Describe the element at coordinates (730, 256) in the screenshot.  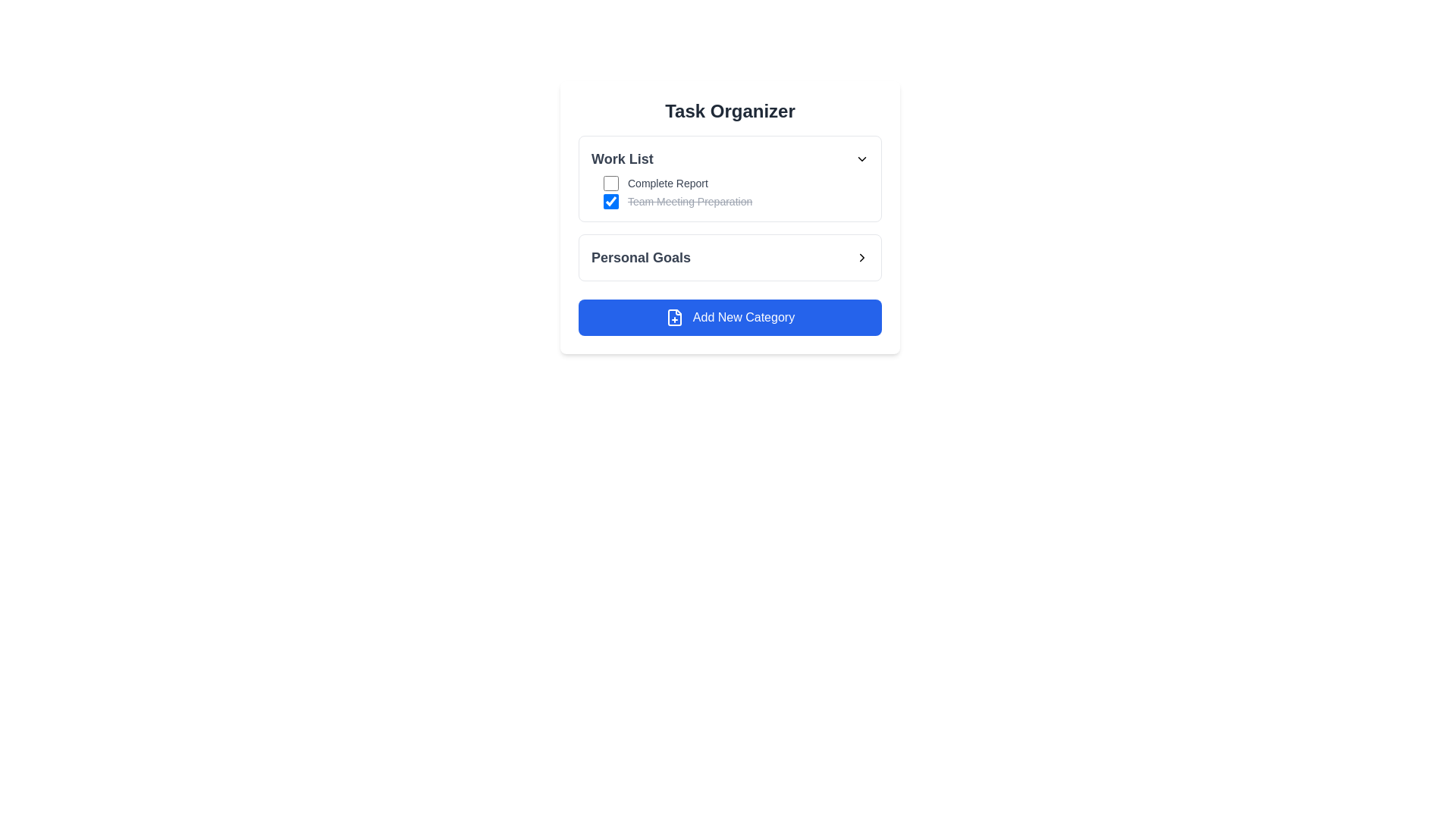
I see `the 'Personal Goals' navigational button` at that location.